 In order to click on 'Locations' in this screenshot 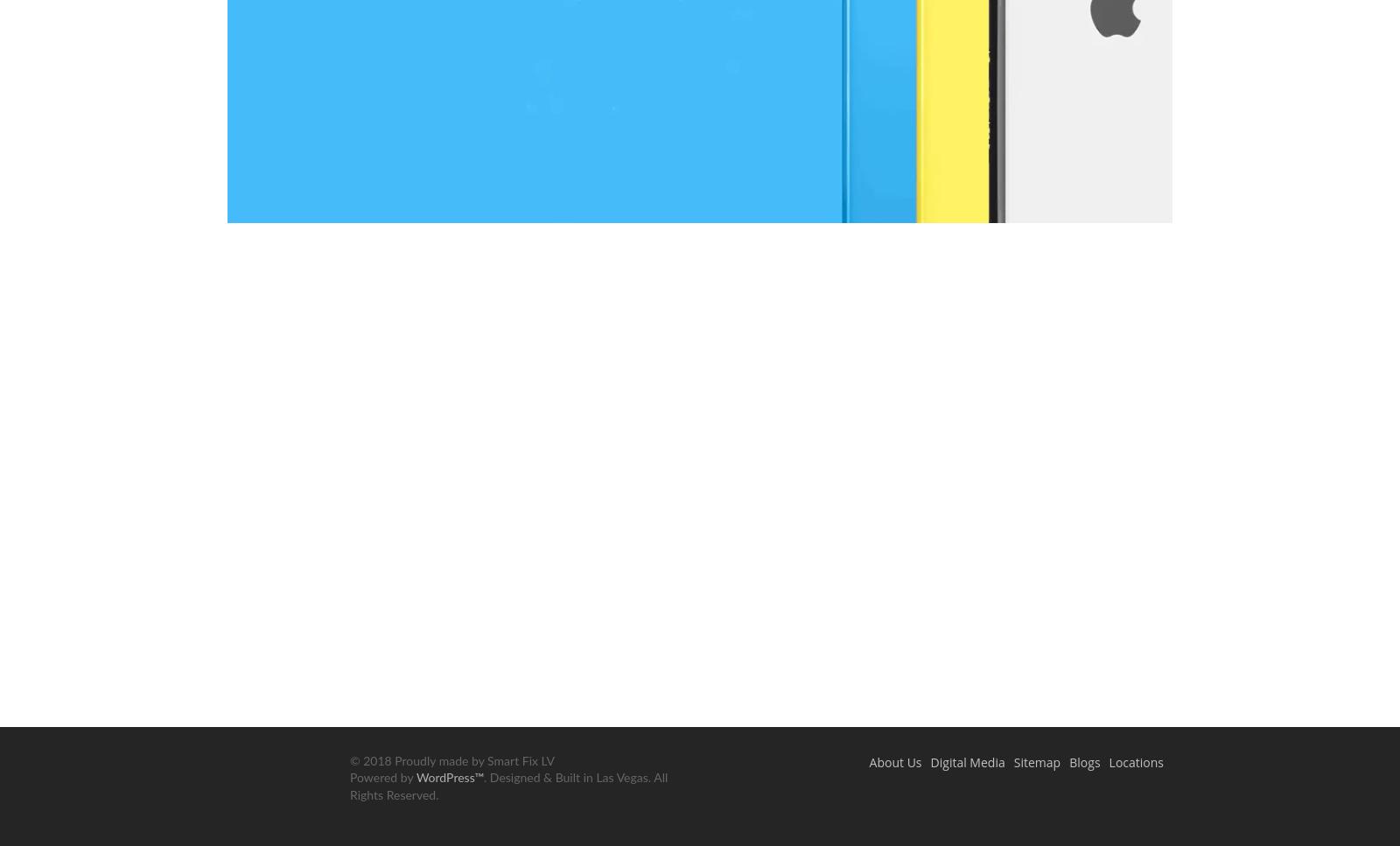, I will do `click(1135, 760)`.